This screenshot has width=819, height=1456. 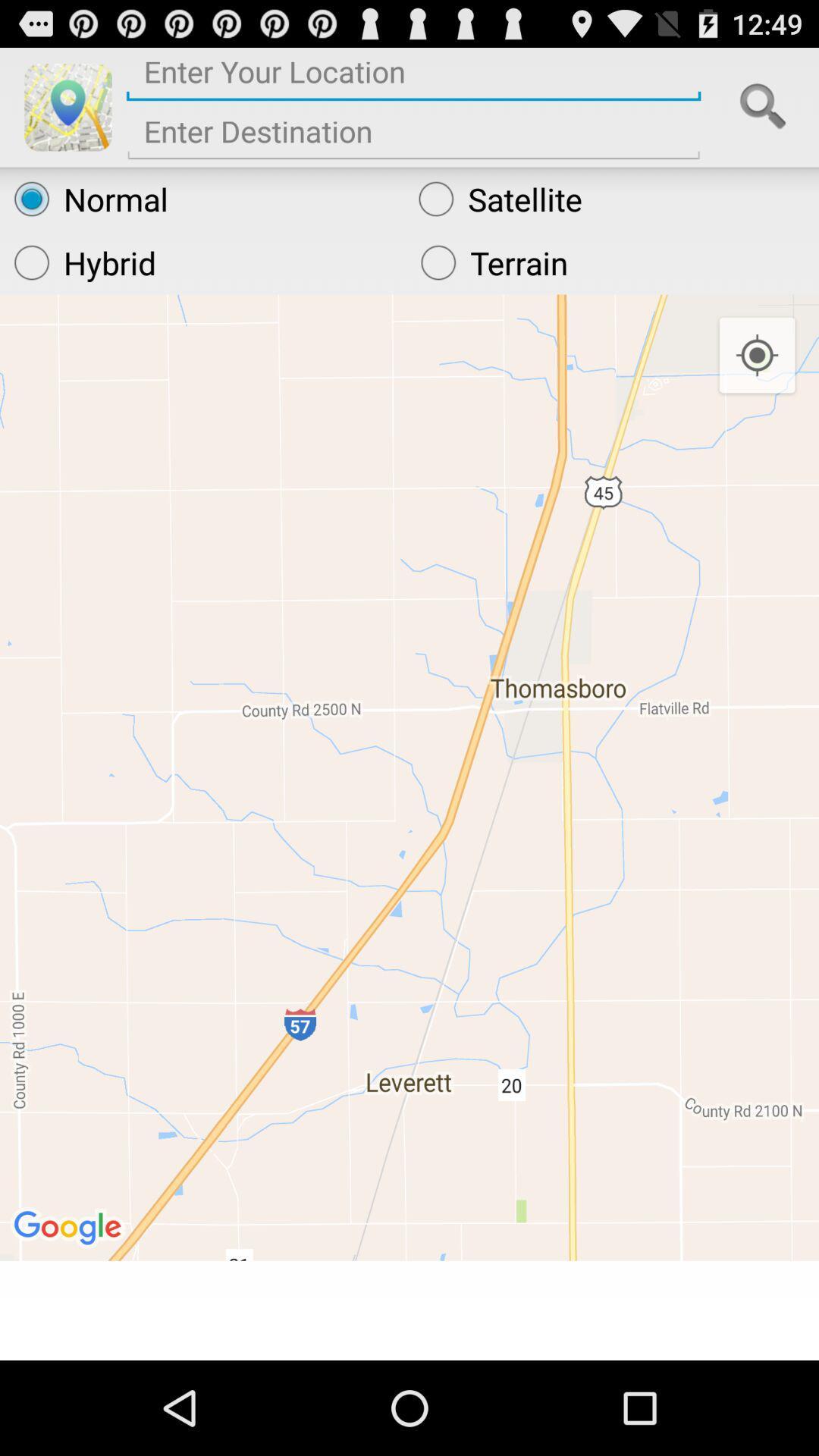 I want to click on radio button to the right of hybrid icon, so click(x=612, y=262).